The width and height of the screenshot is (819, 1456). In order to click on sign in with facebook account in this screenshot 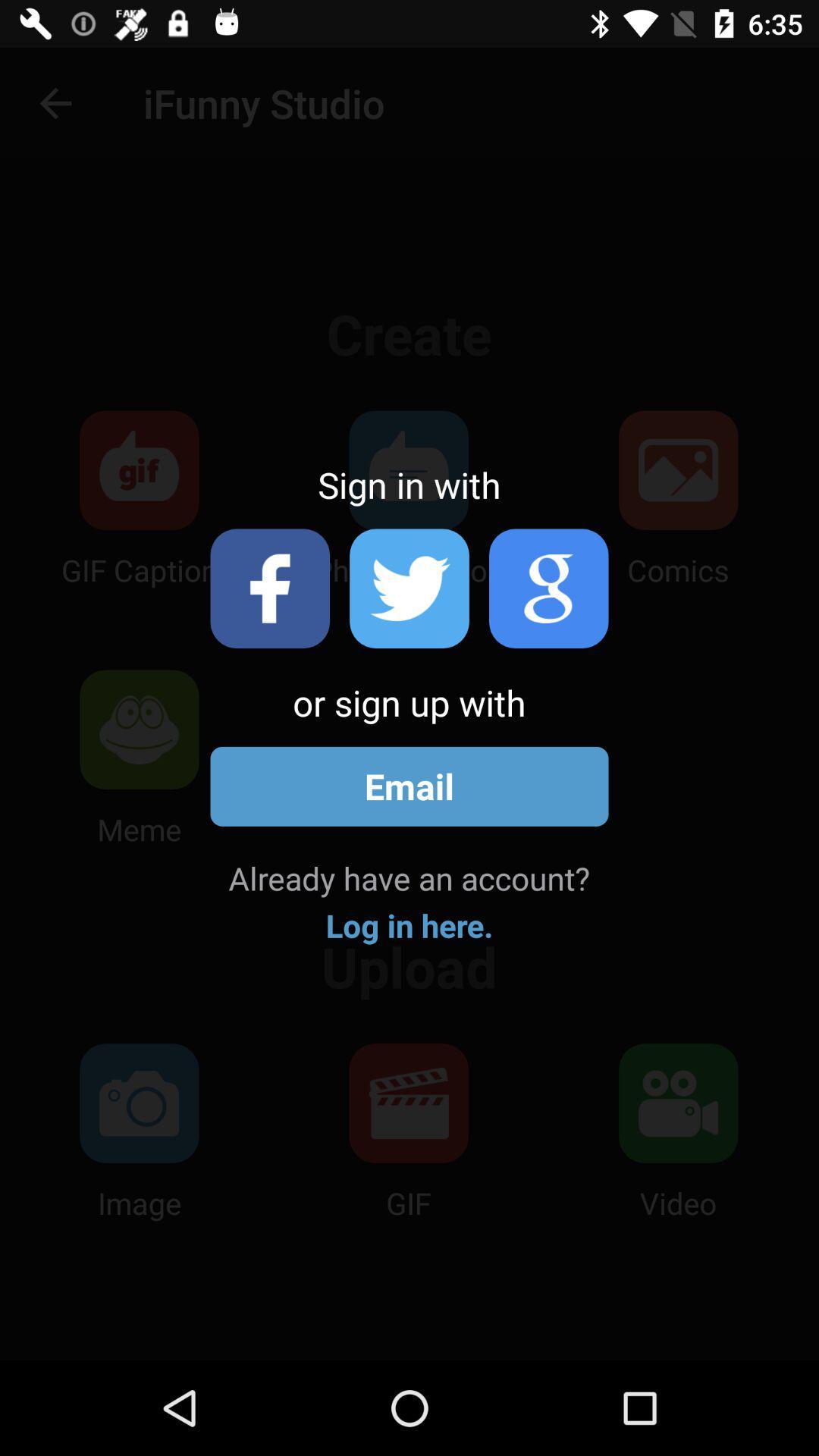, I will do `click(269, 588)`.